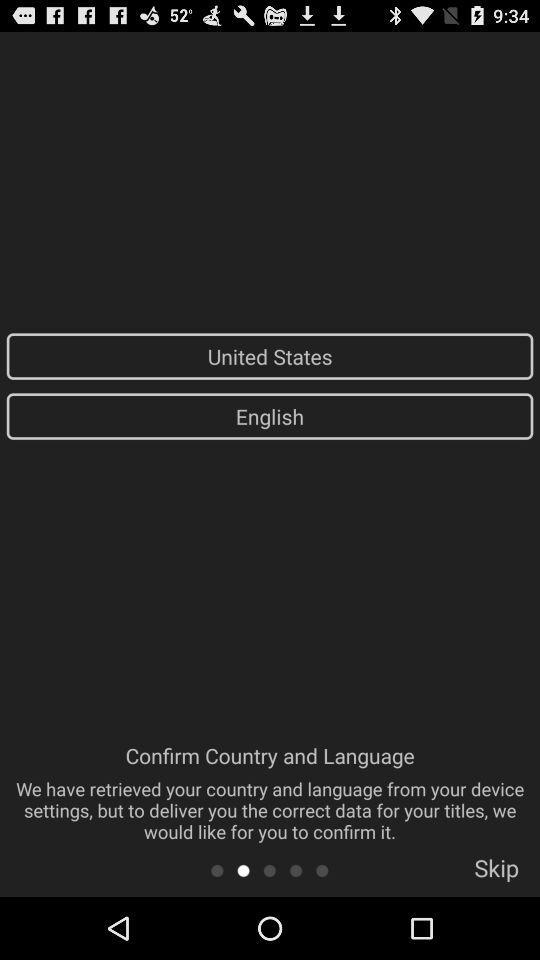 The image size is (540, 960). I want to click on item below the confirm country and item, so click(295, 869).